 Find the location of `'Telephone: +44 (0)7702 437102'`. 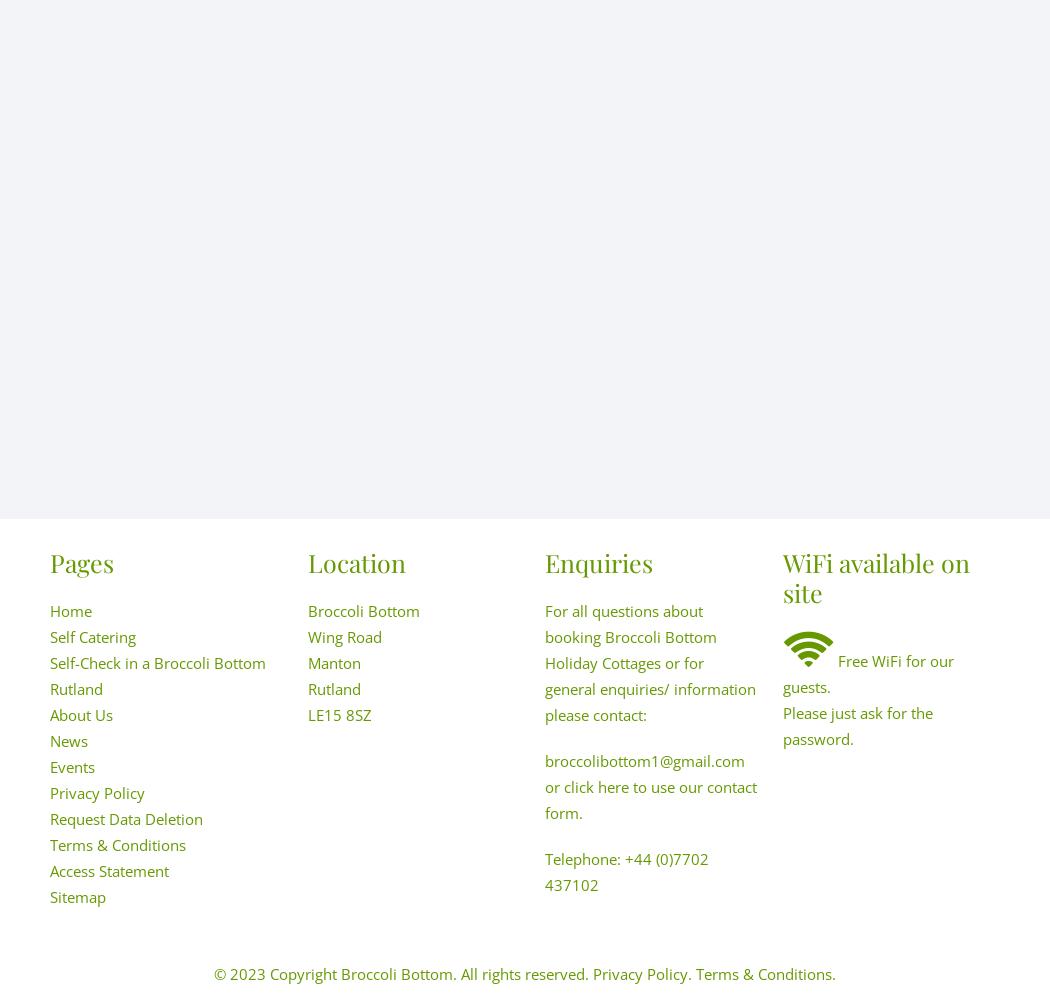

'Telephone: +44 (0)7702 437102' is located at coordinates (626, 871).